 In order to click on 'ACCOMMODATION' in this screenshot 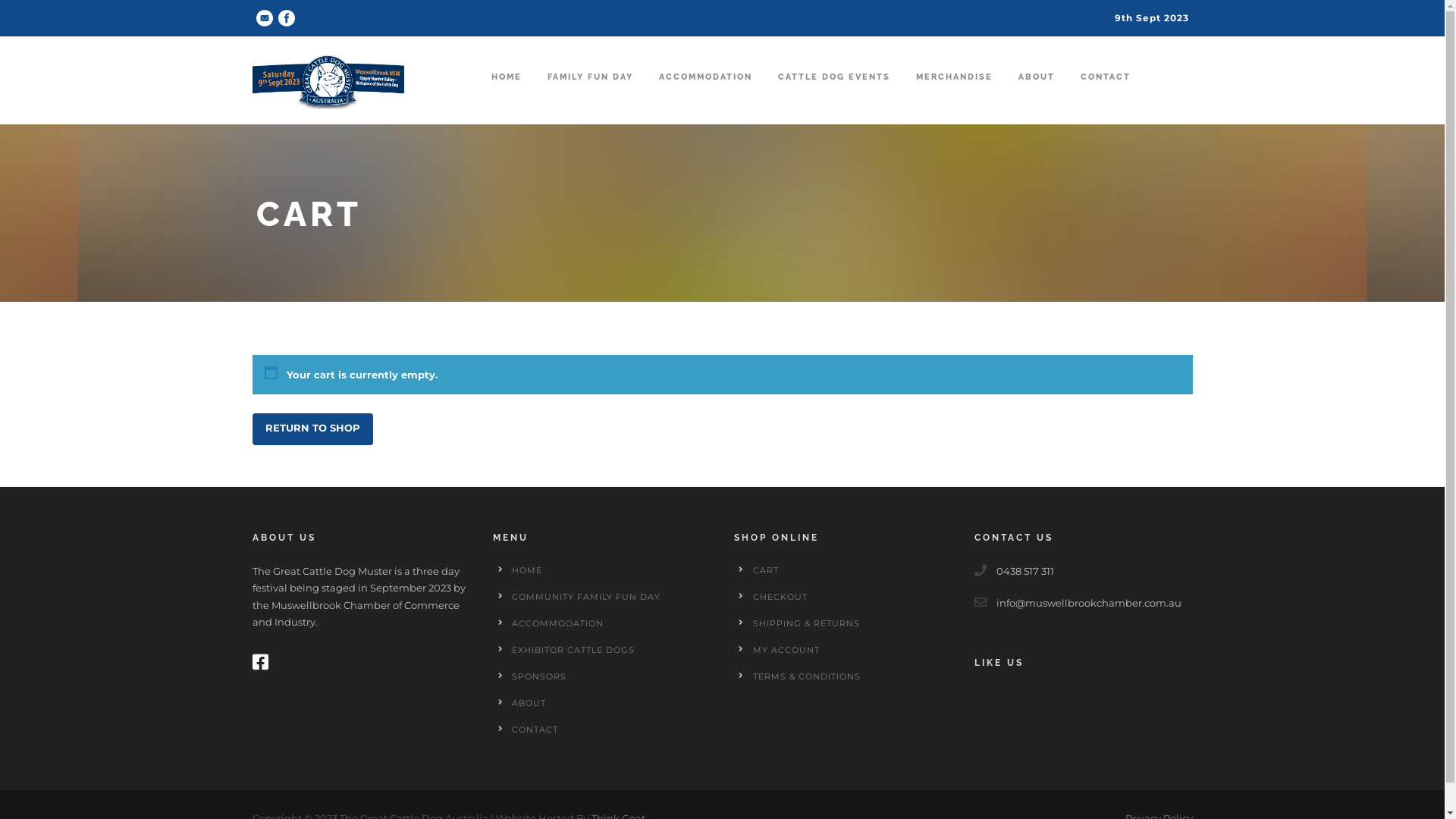, I will do `click(557, 623)`.